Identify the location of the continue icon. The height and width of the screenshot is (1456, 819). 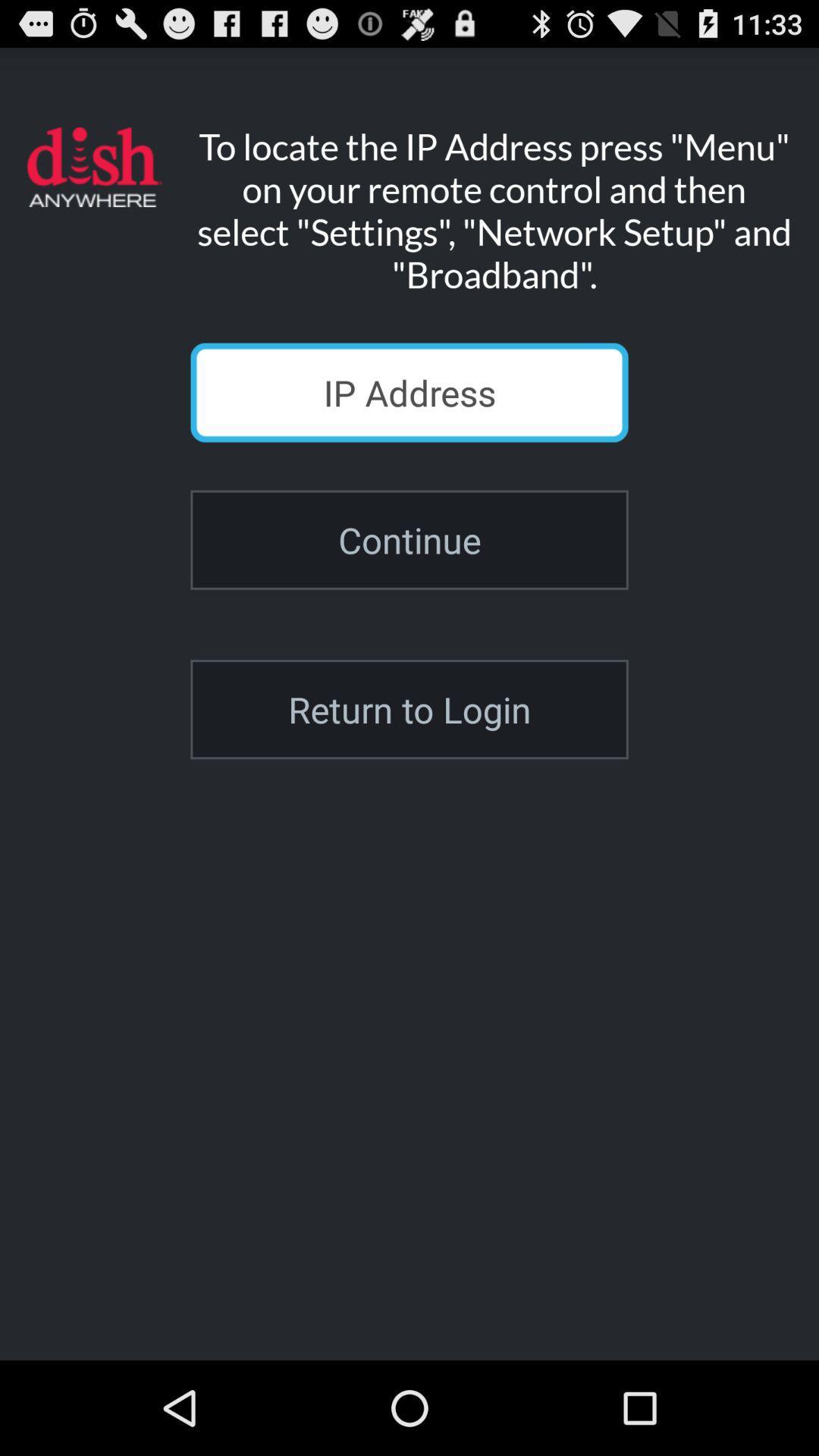
(409, 540).